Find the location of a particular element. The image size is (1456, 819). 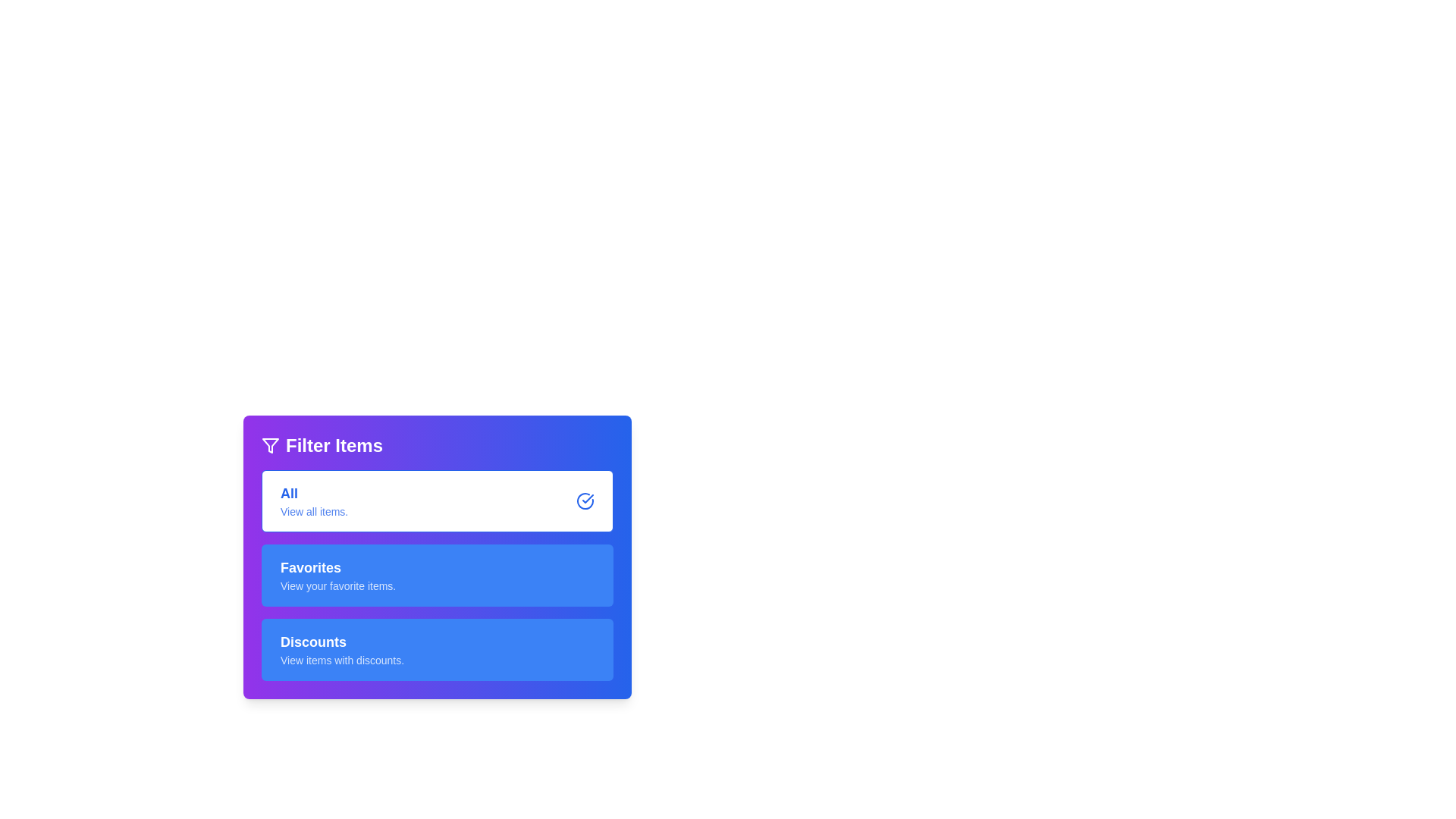

the 'Favorites' filter option located as the second entry in the filter menu to update the display to show only favorite items is located at coordinates (337, 576).